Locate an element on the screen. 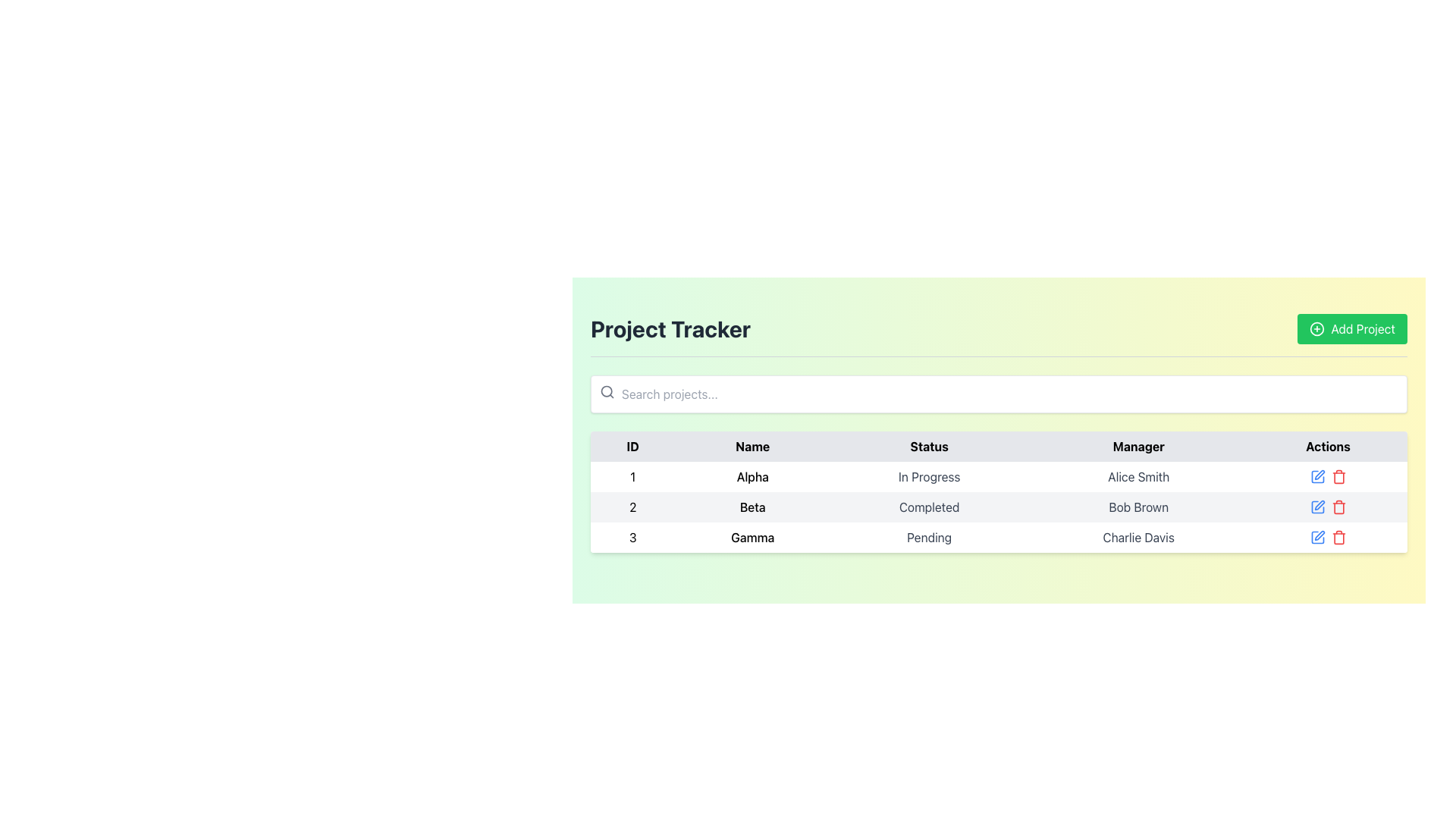 The height and width of the screenshot is (819, 1456). the button in the 'Actions' column for the row corresponding to 'Charlie Davis' is located at coordinates (1327, 537).